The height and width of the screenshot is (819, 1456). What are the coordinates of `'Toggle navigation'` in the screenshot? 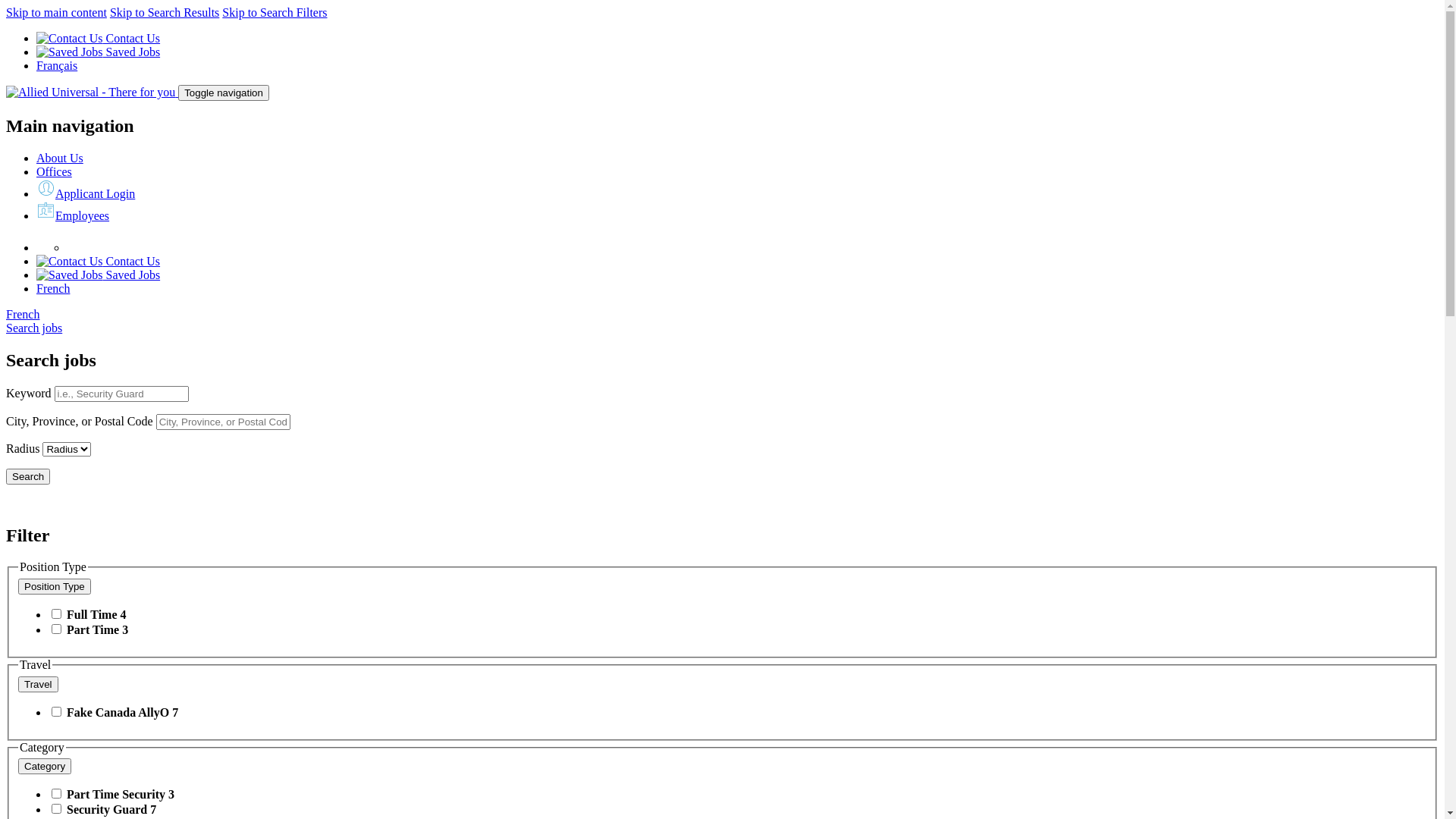 It's located at (222, 93).